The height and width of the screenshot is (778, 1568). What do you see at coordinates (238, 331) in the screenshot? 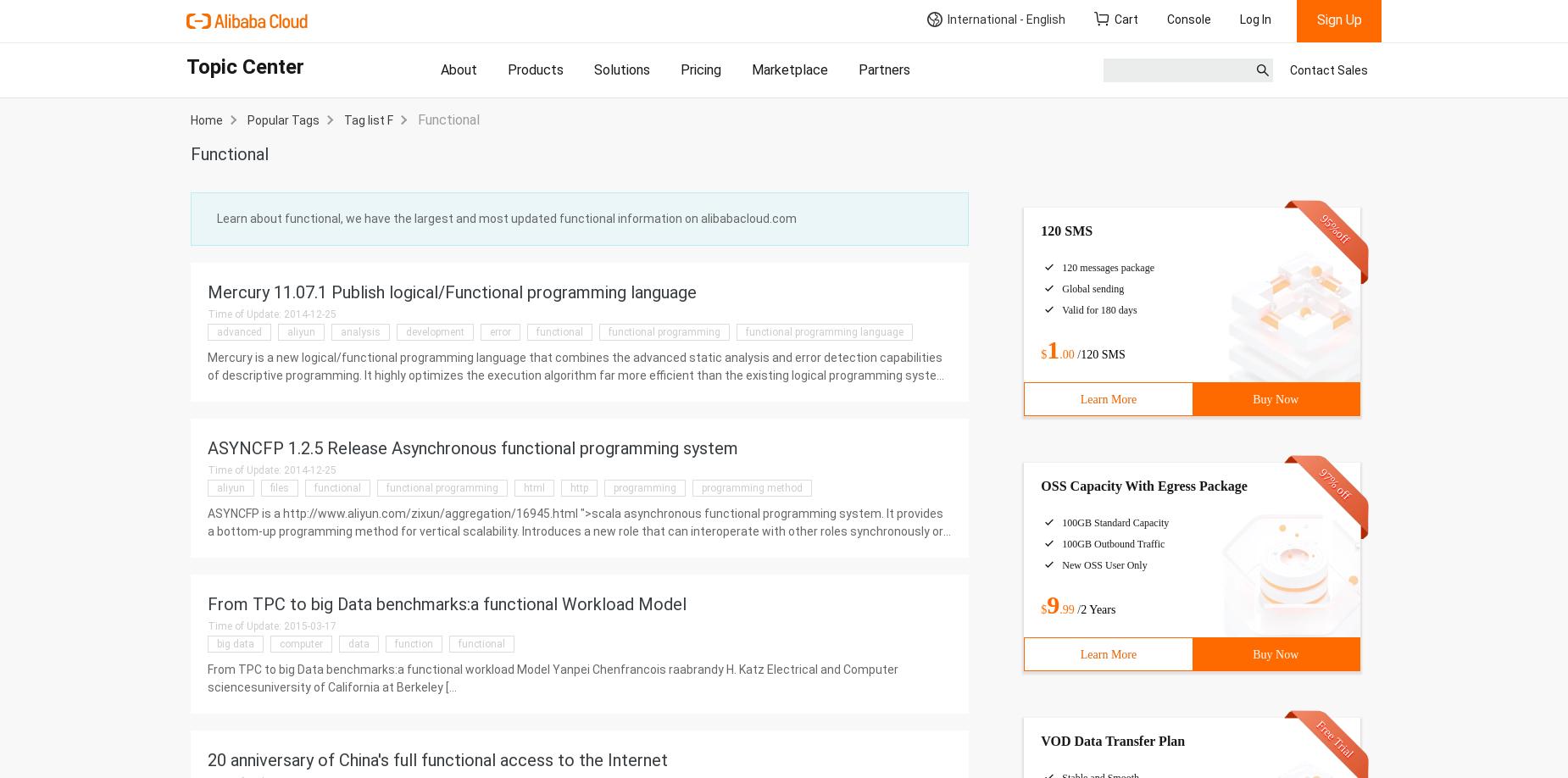
I see `'advanced'` at bounding box center [238, 331].